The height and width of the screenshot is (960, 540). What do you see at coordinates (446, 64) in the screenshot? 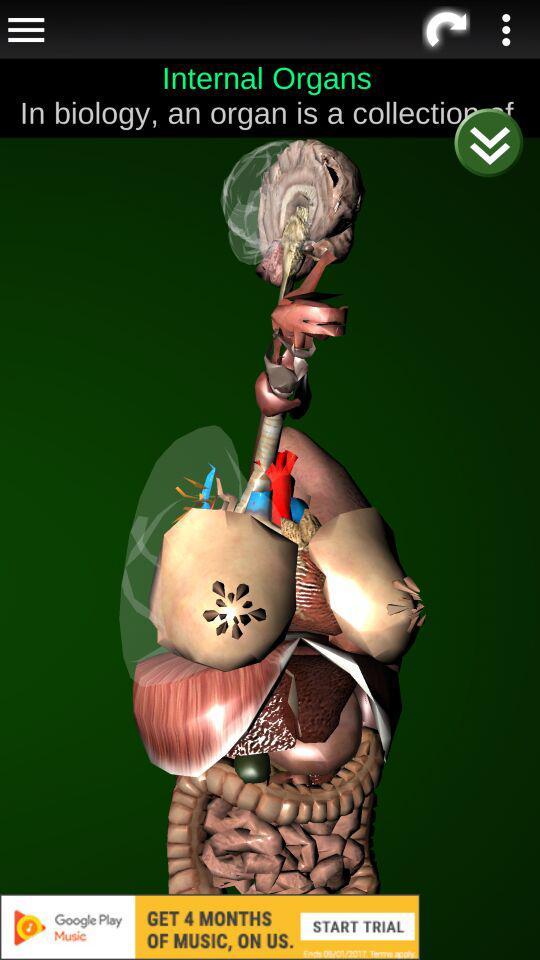
I see `the settings icon` at bounding box center [446, 64].